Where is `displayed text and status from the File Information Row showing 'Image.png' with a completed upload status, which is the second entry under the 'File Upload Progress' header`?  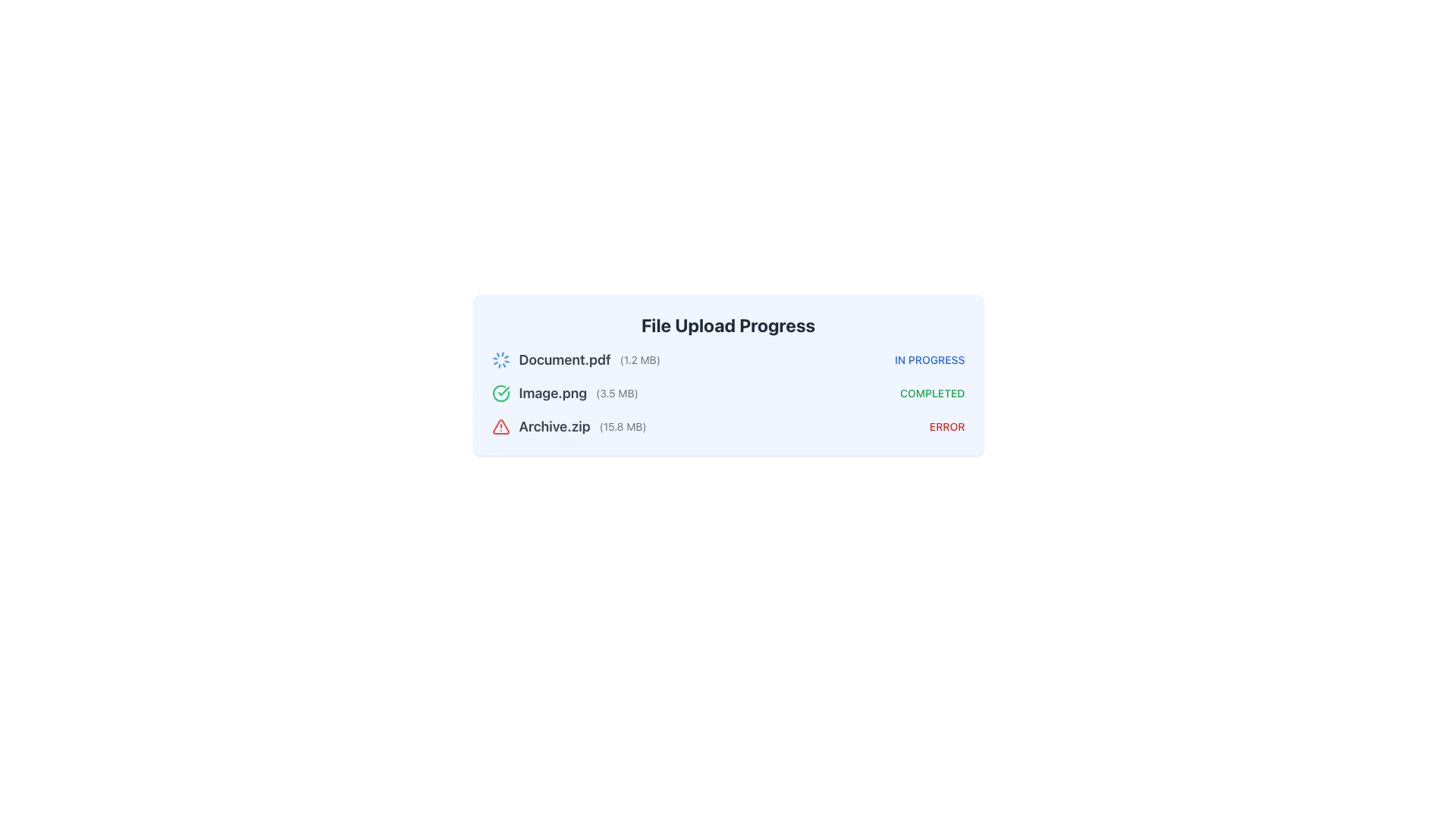 displayed text and status from the File Information Row showing 'Image.png' with a completed upload status, which is the second entry under the 'File Upload Progress' header is located at coordinates (564, 393).